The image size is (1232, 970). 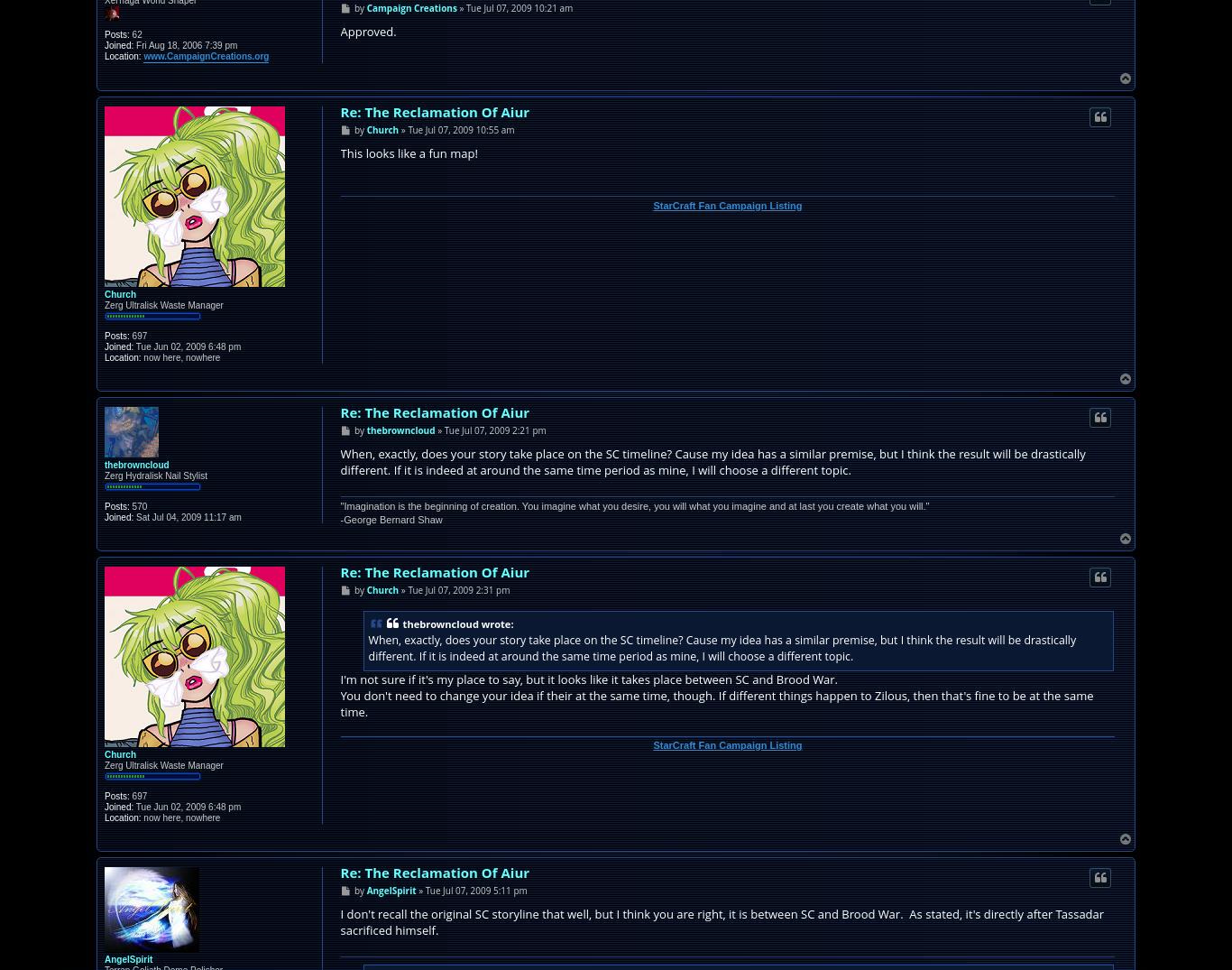 I want to click on 'Tue Jul 07, 2009 2:21 pm', so click(x=494, y=430).